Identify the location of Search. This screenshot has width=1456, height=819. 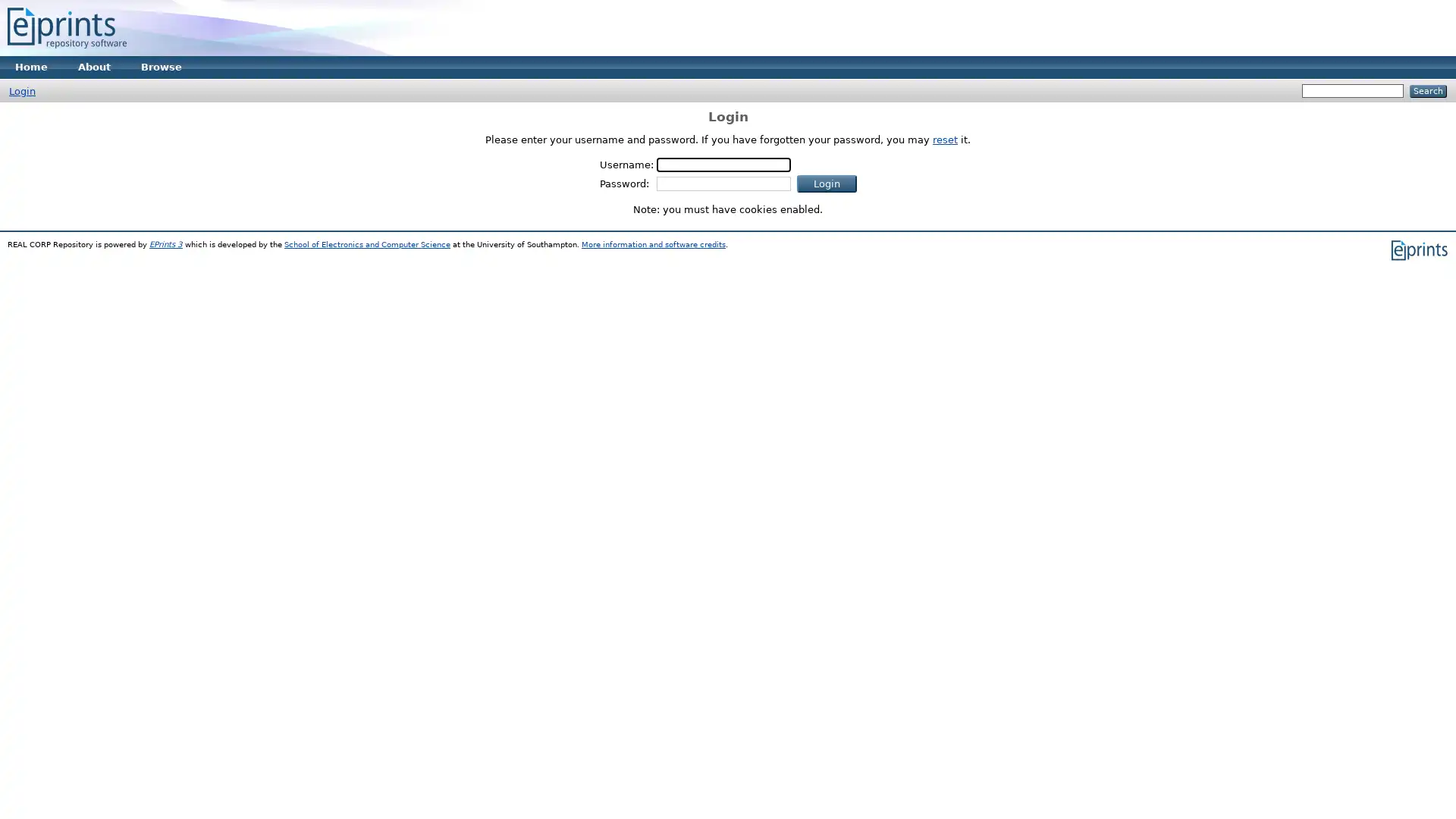
(1427, 91).